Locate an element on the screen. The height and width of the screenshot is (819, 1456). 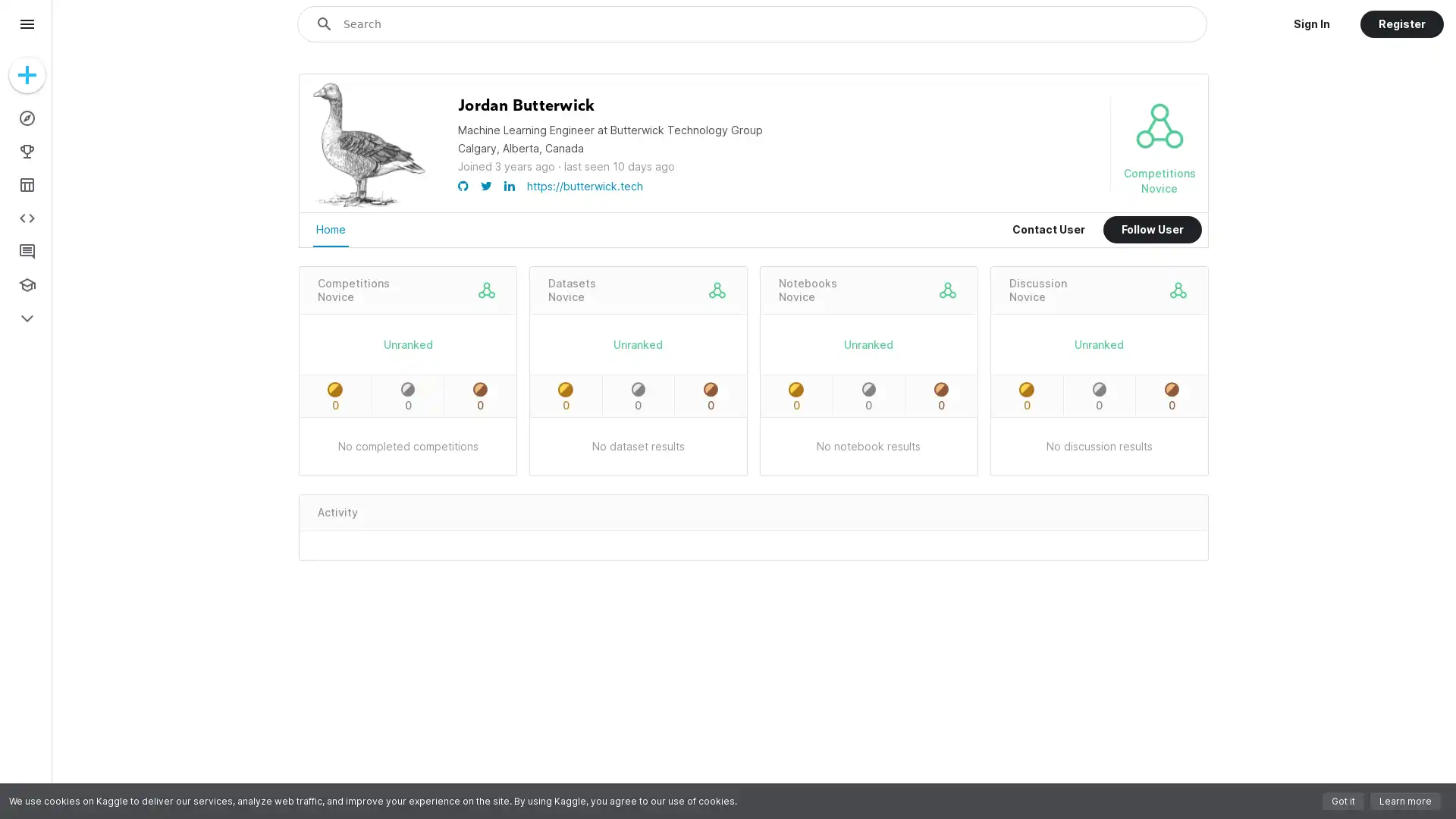
Datasets Novice is located at coordinates (570, 290).